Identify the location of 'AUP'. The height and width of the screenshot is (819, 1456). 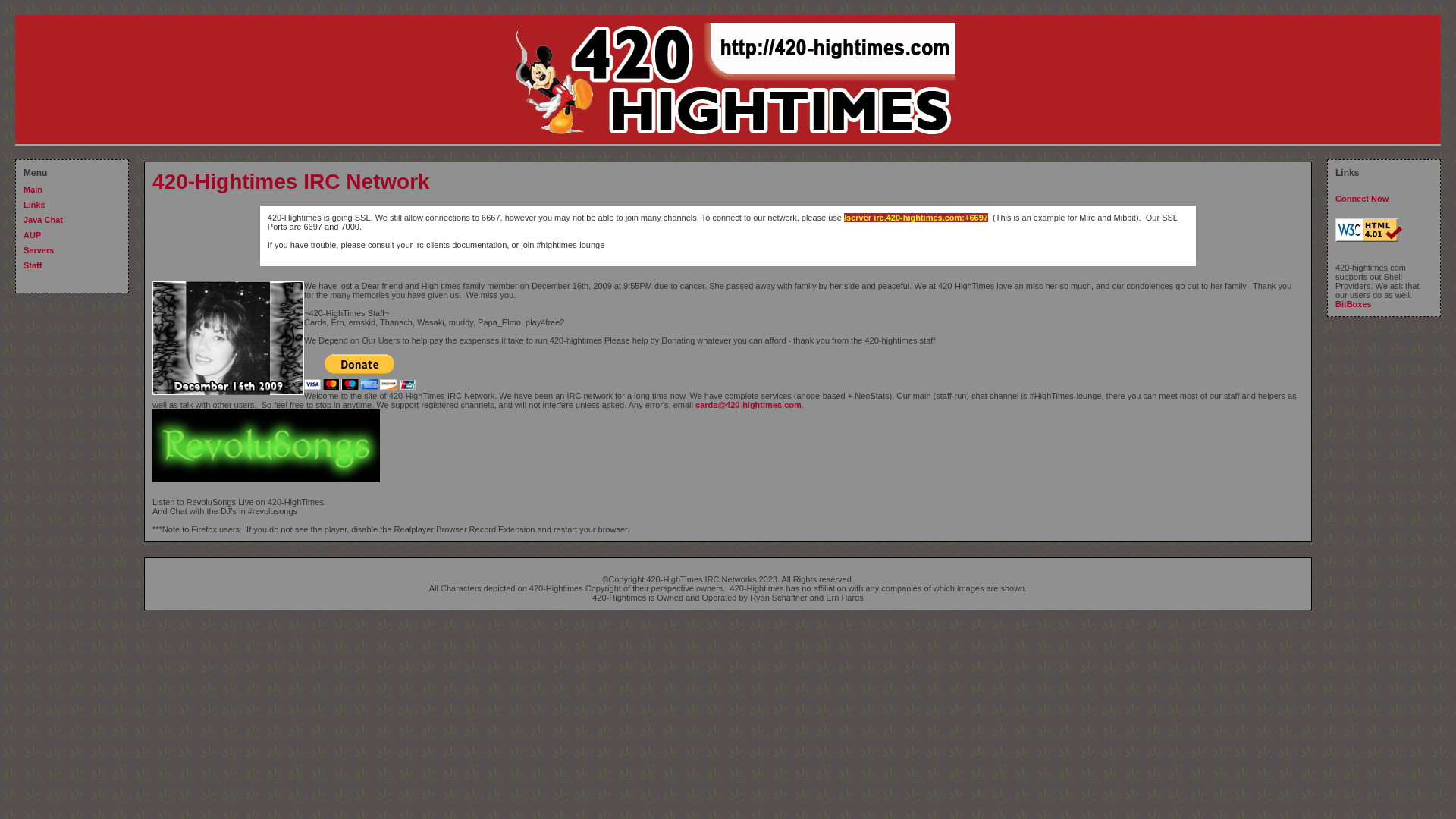
(32, 234).